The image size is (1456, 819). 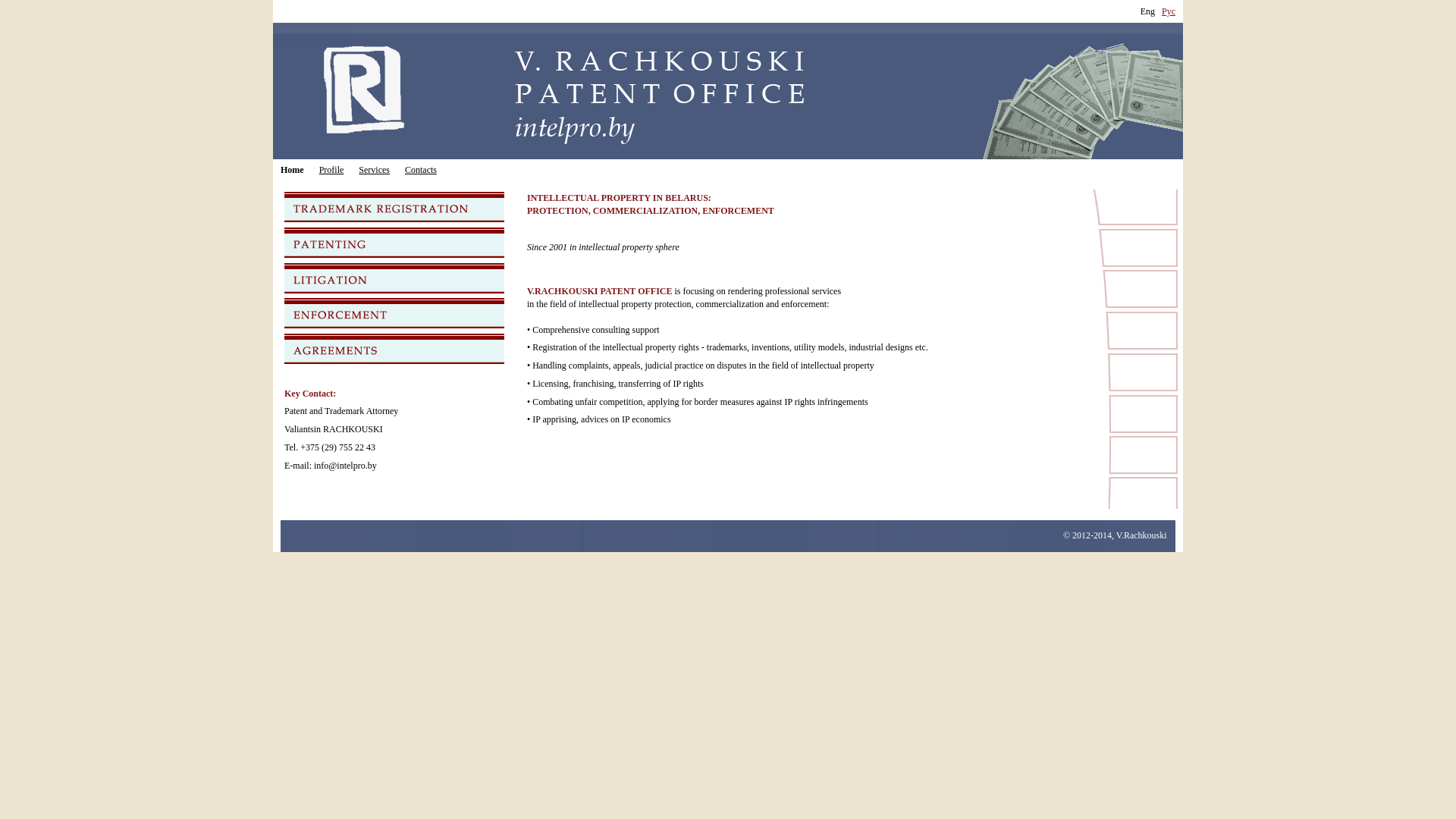 I want to click on 'Services', so click(x=374, y=170).